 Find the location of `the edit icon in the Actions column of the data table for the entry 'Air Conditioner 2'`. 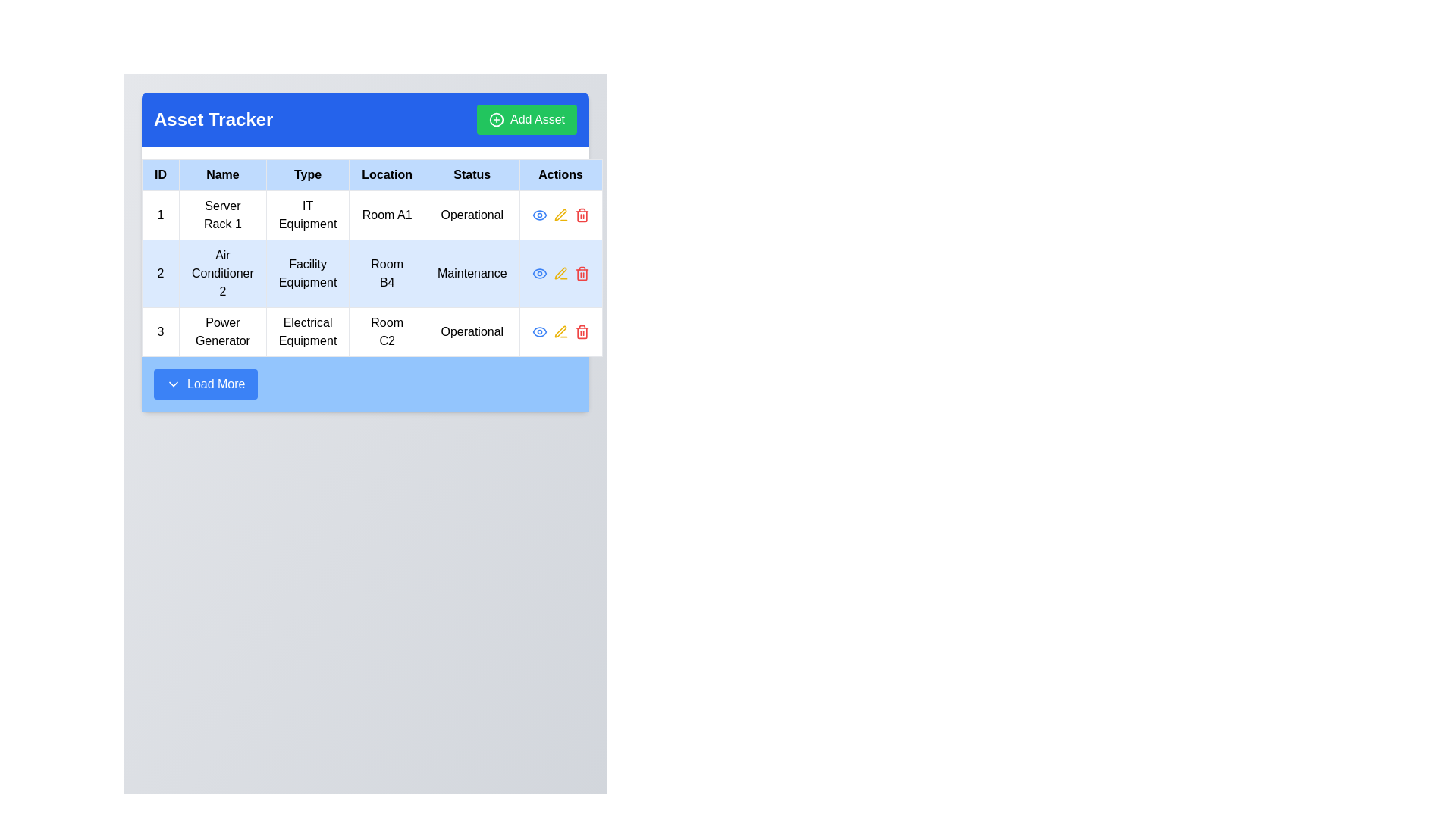

the edit icon in the Actions column of the data table for the entry 'Air Conditioner 2' is located at coordinates (560, 273).